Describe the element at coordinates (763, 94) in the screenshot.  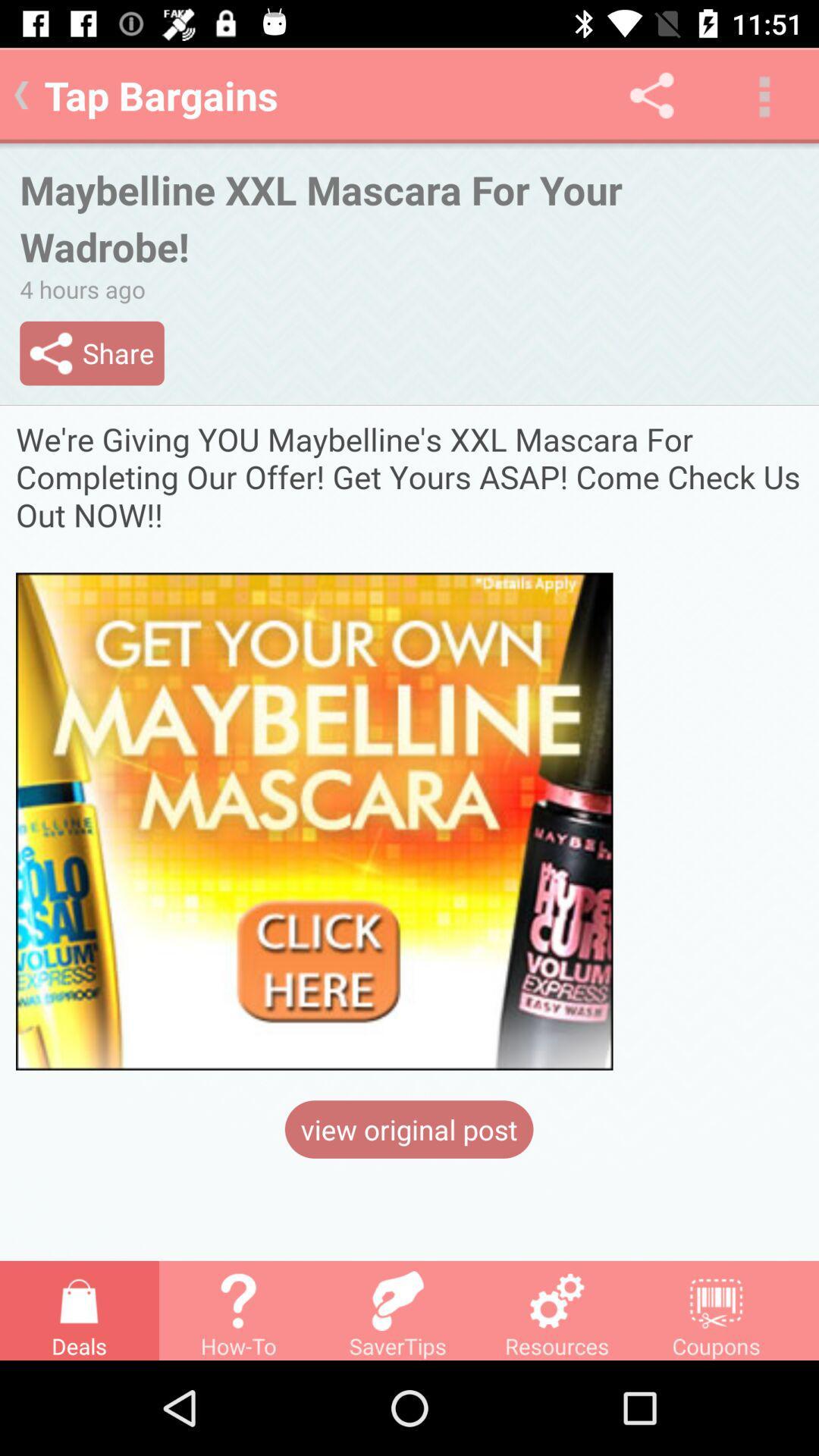
I see `the more icon` at that location.